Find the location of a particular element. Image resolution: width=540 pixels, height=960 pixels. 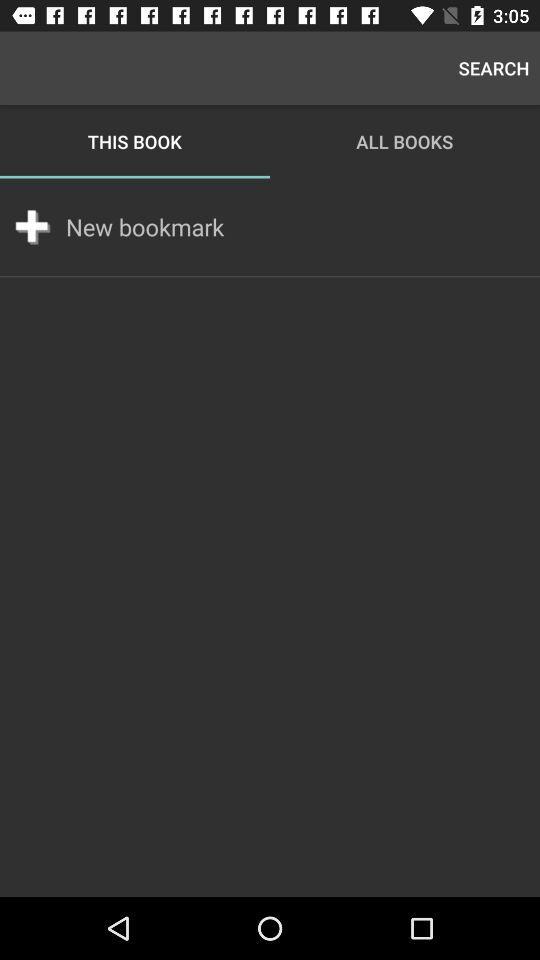

app next to the new bookmark is located at coordinates (31, 227).